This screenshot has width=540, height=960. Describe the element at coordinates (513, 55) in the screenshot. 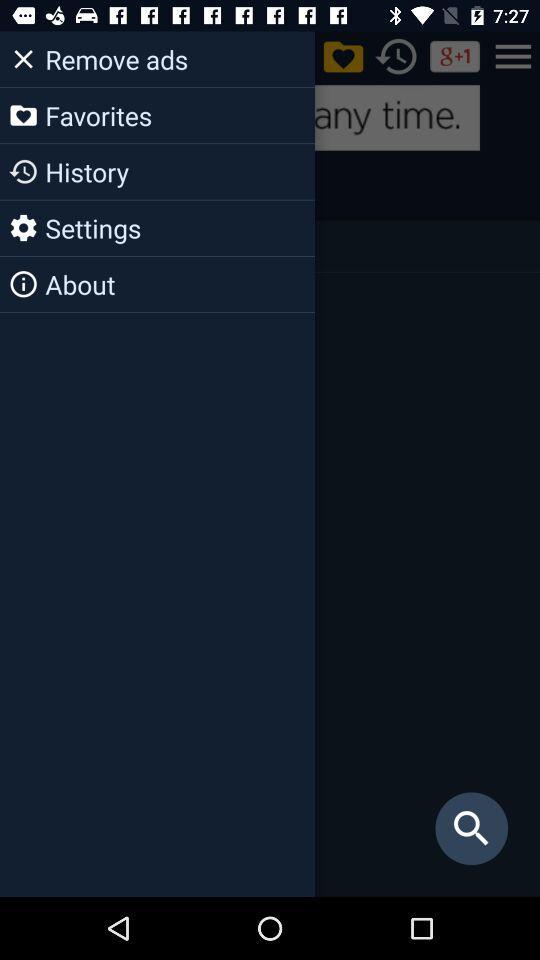

I see `the menu icon` at that location.